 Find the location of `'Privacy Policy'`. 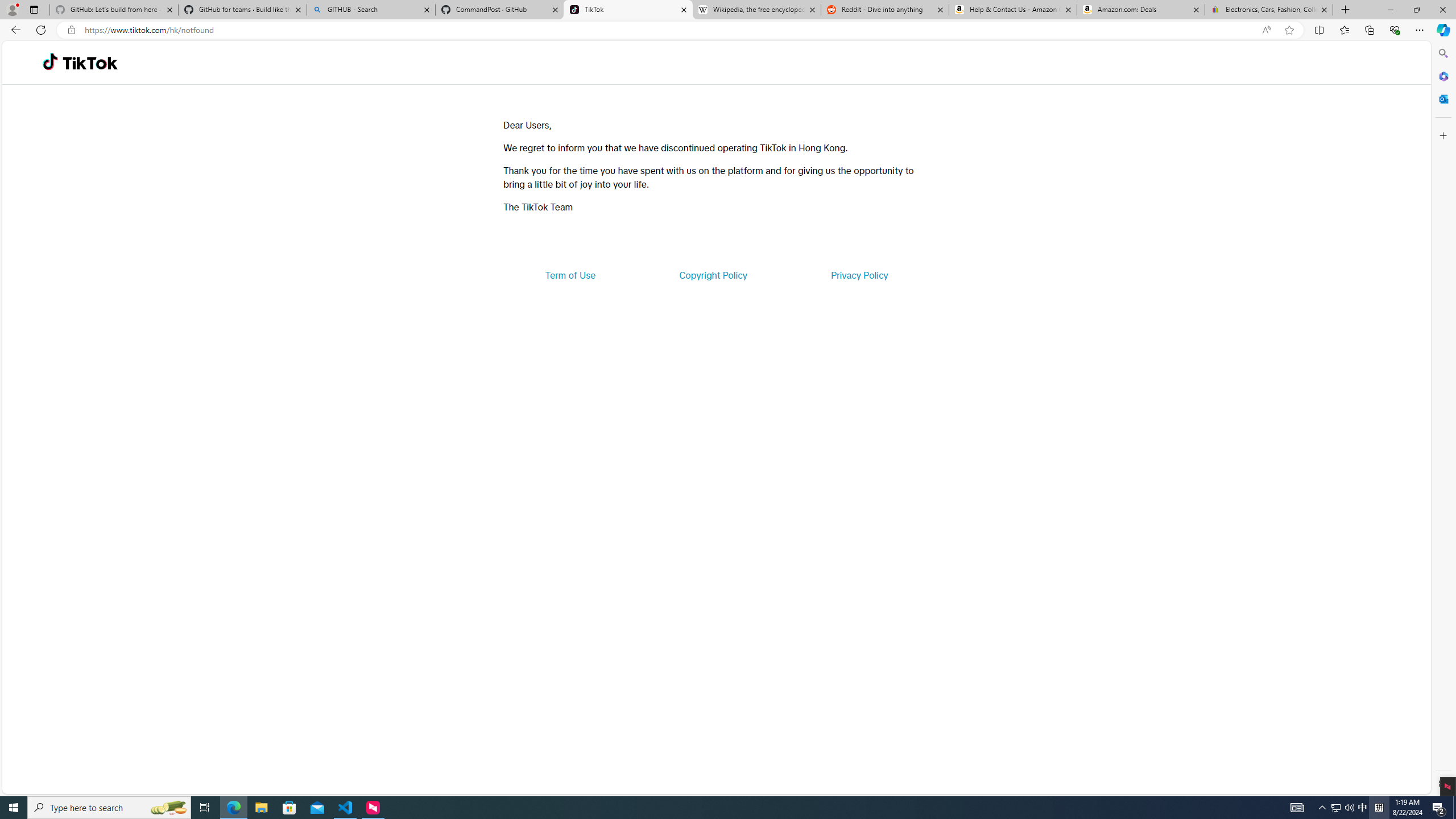

'Privacy Policy' is located at coordinates (858, 274).